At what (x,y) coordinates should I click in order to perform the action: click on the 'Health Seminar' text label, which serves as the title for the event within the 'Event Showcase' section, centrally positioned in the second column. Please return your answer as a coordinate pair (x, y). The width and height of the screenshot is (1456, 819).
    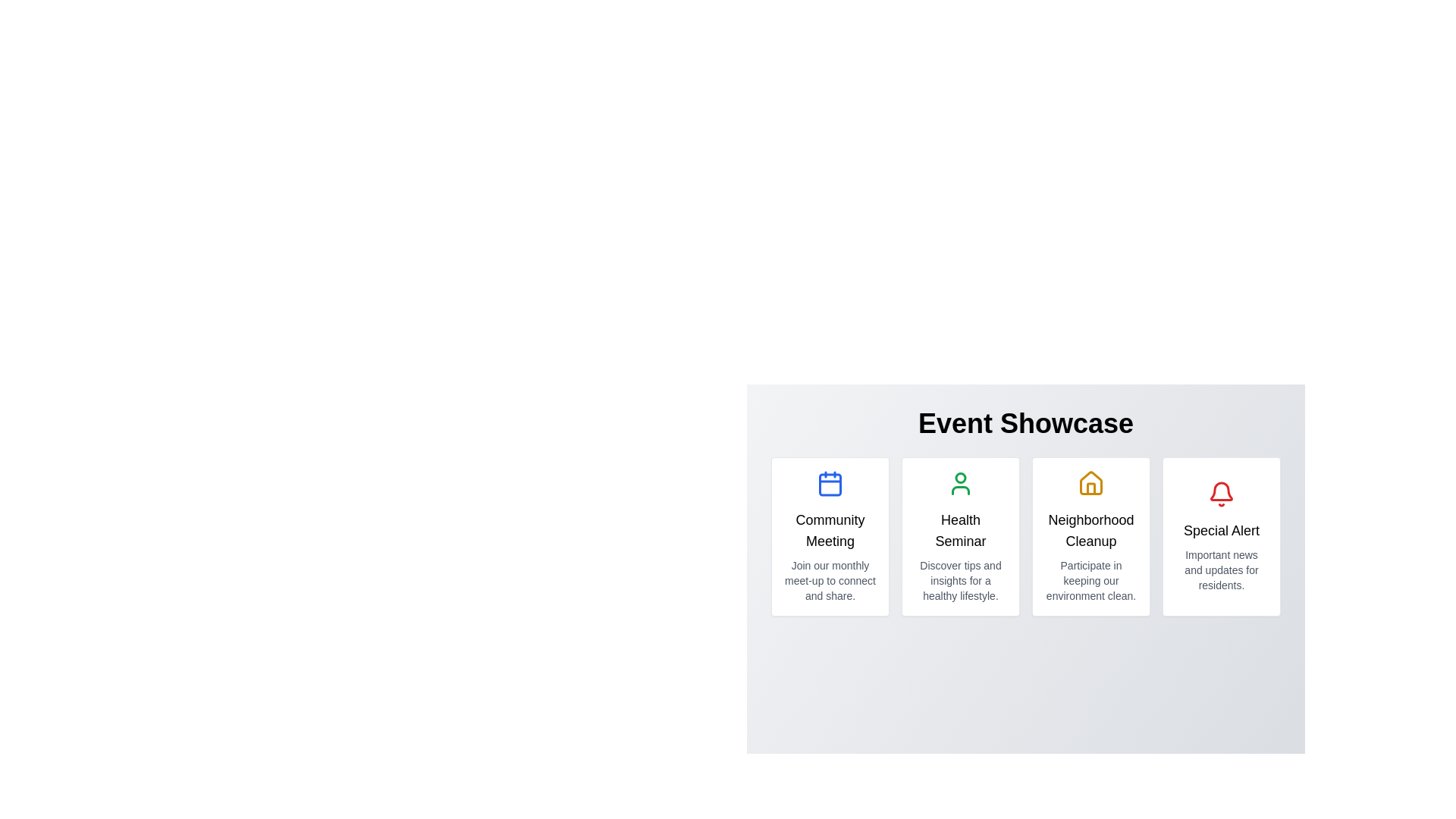
    Looking at the image, I should click on (960, 529).